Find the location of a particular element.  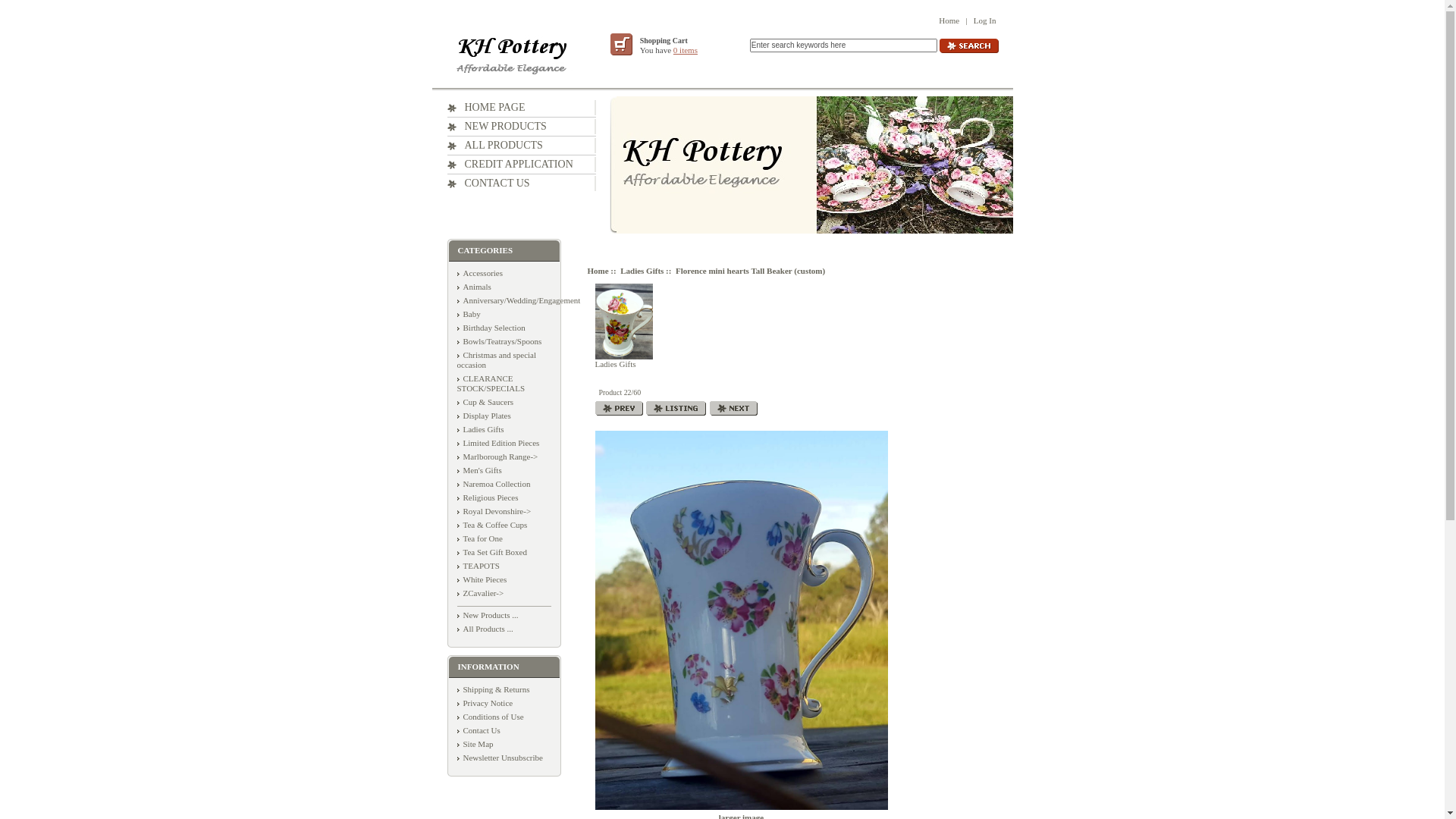

'Home' is located at coordinates (596, 270).